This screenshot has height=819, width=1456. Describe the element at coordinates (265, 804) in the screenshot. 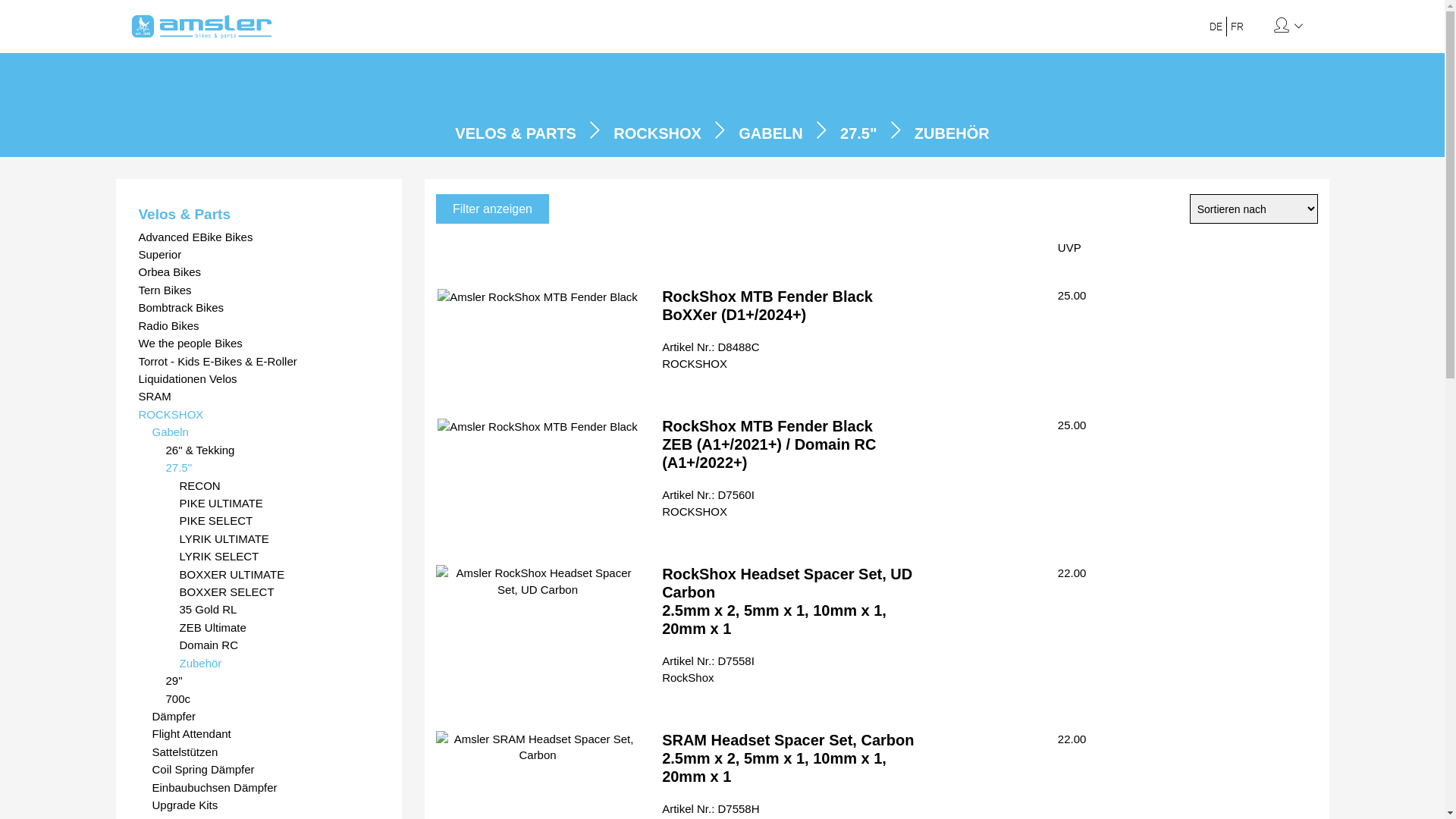

I see `'Upgrade Kits'` at that location.